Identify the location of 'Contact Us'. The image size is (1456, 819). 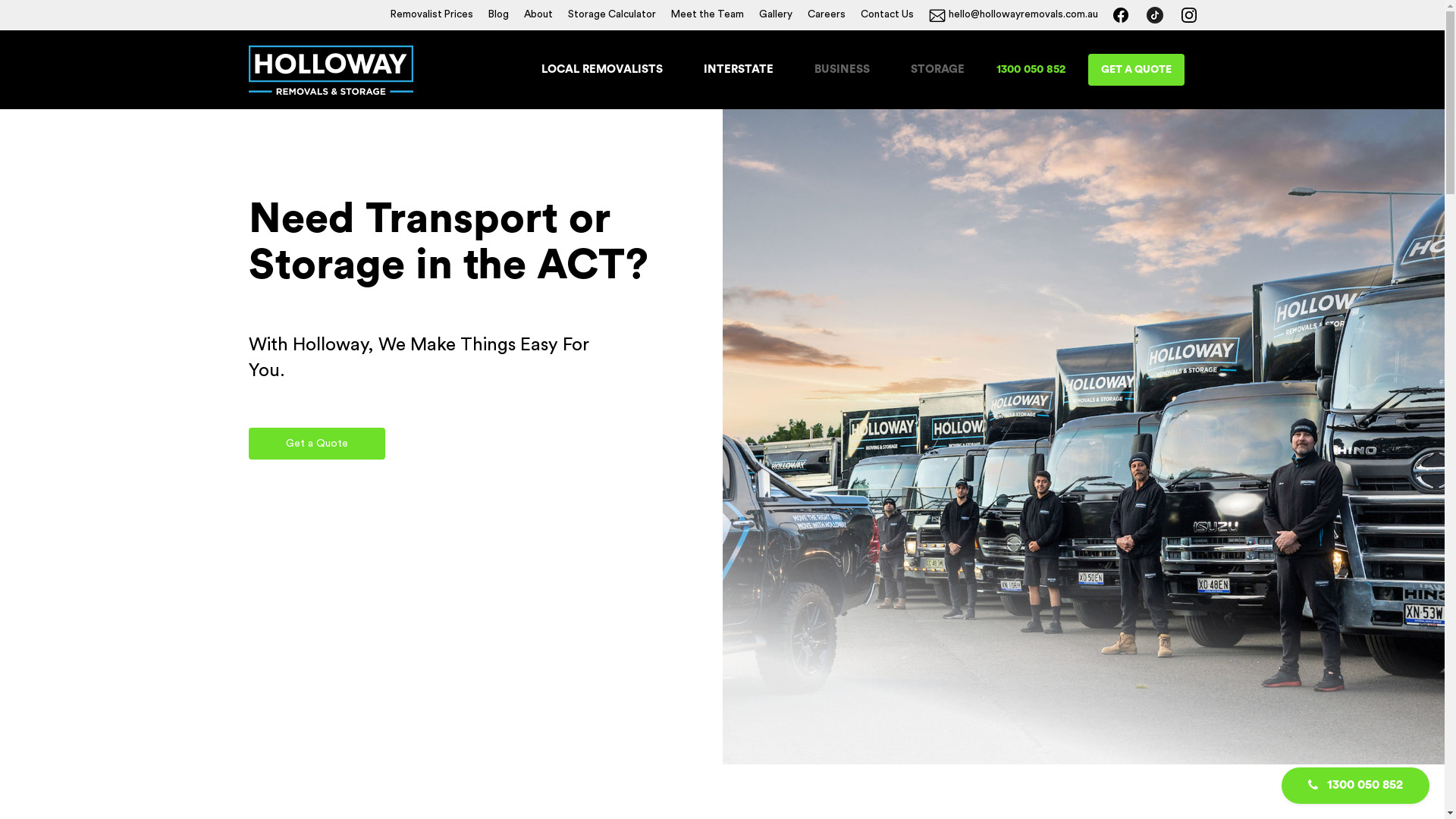
(886, 14).